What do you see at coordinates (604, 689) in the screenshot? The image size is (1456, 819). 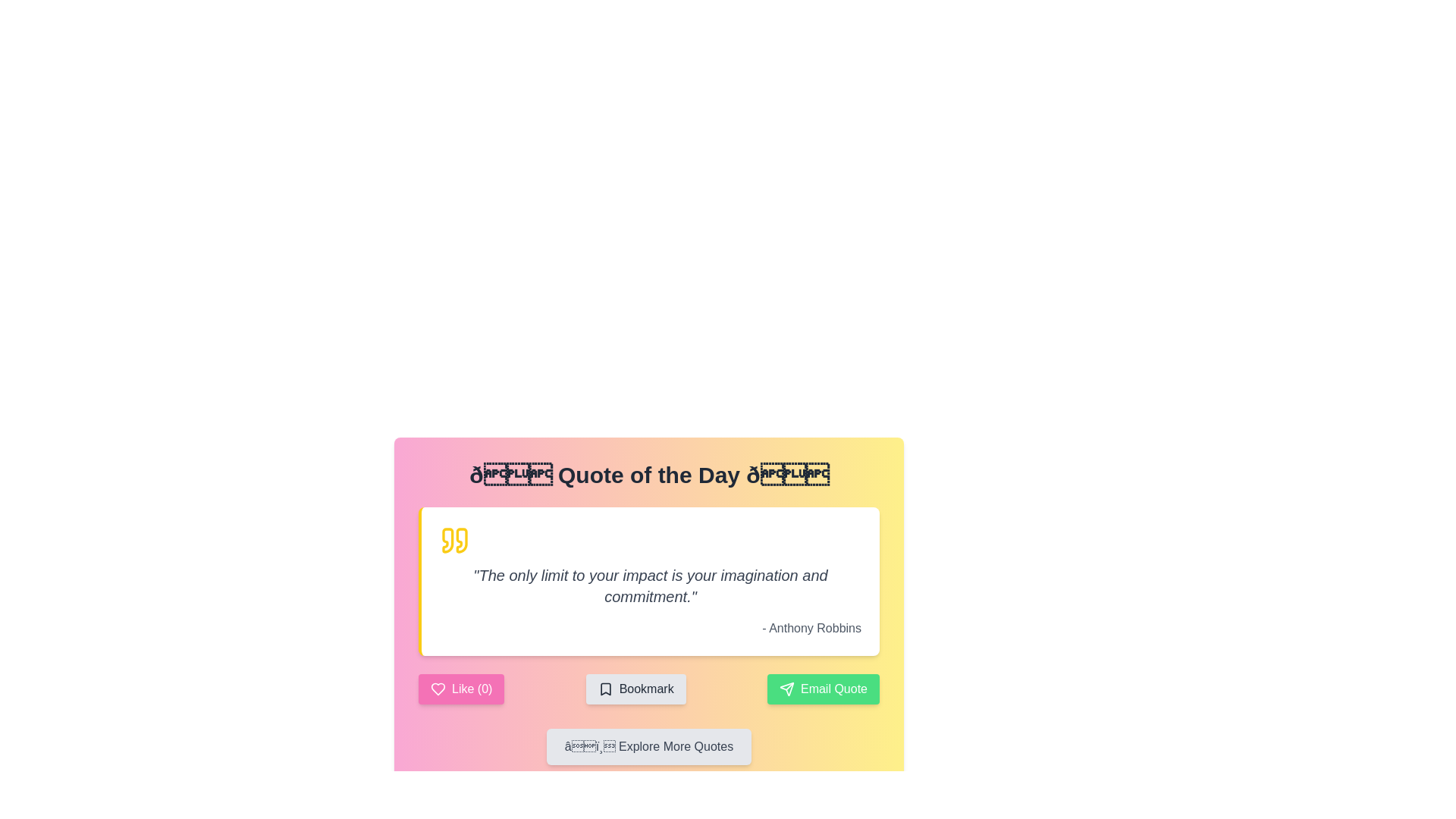 I see `the bookmark icon located to the left of the 'Bookmark' text, which is part of the 'Bookmark' button group, positioned slightly above and horizontally aligned in the middle` at bounding box center [604, 689].